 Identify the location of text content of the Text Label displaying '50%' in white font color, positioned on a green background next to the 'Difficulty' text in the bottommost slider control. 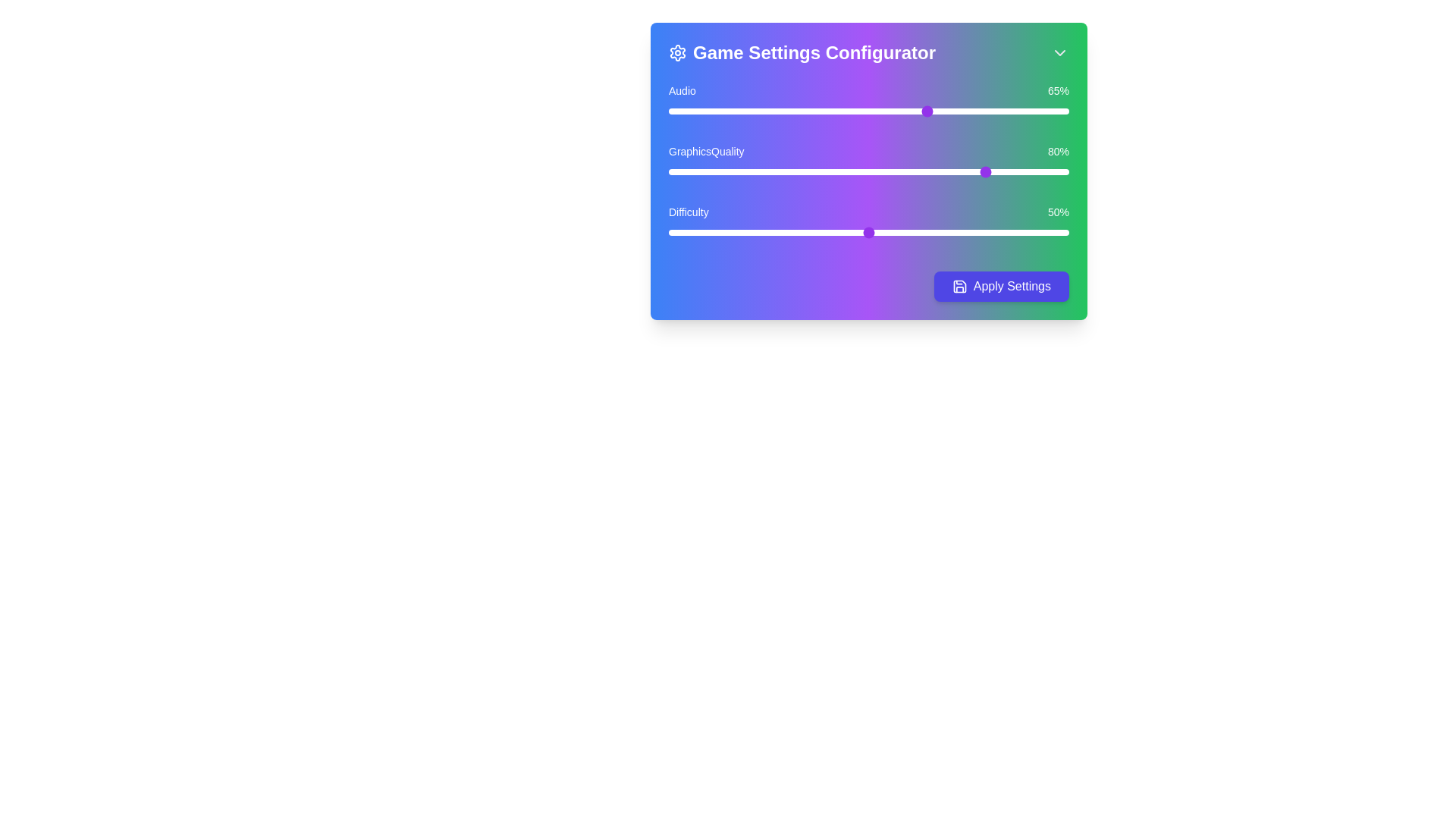
(1058, 212).